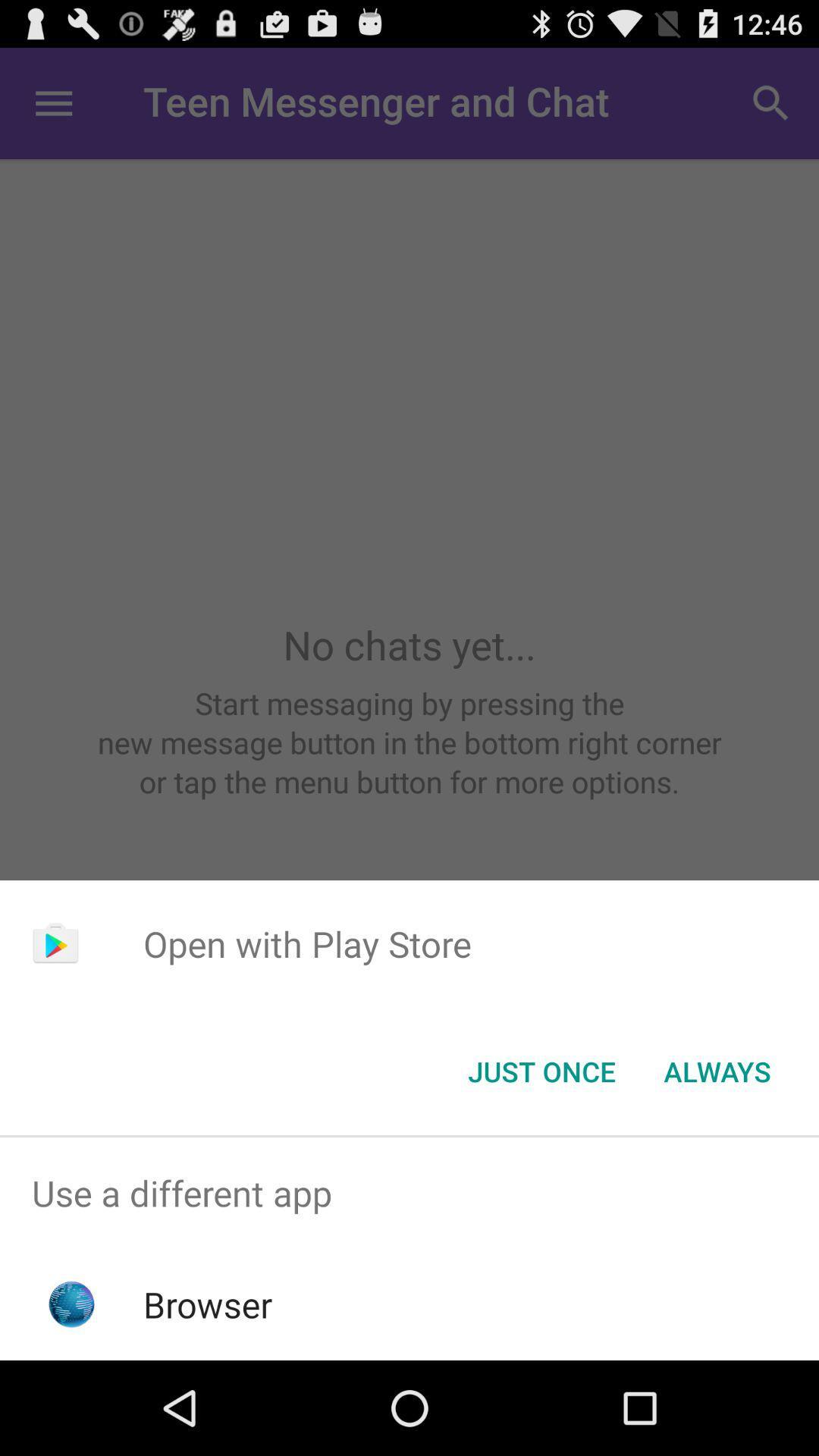 The image size is (819, 1456). Describe the element at coordinates (541, 1070) in the screenshot. I see `button next to always` at that location.